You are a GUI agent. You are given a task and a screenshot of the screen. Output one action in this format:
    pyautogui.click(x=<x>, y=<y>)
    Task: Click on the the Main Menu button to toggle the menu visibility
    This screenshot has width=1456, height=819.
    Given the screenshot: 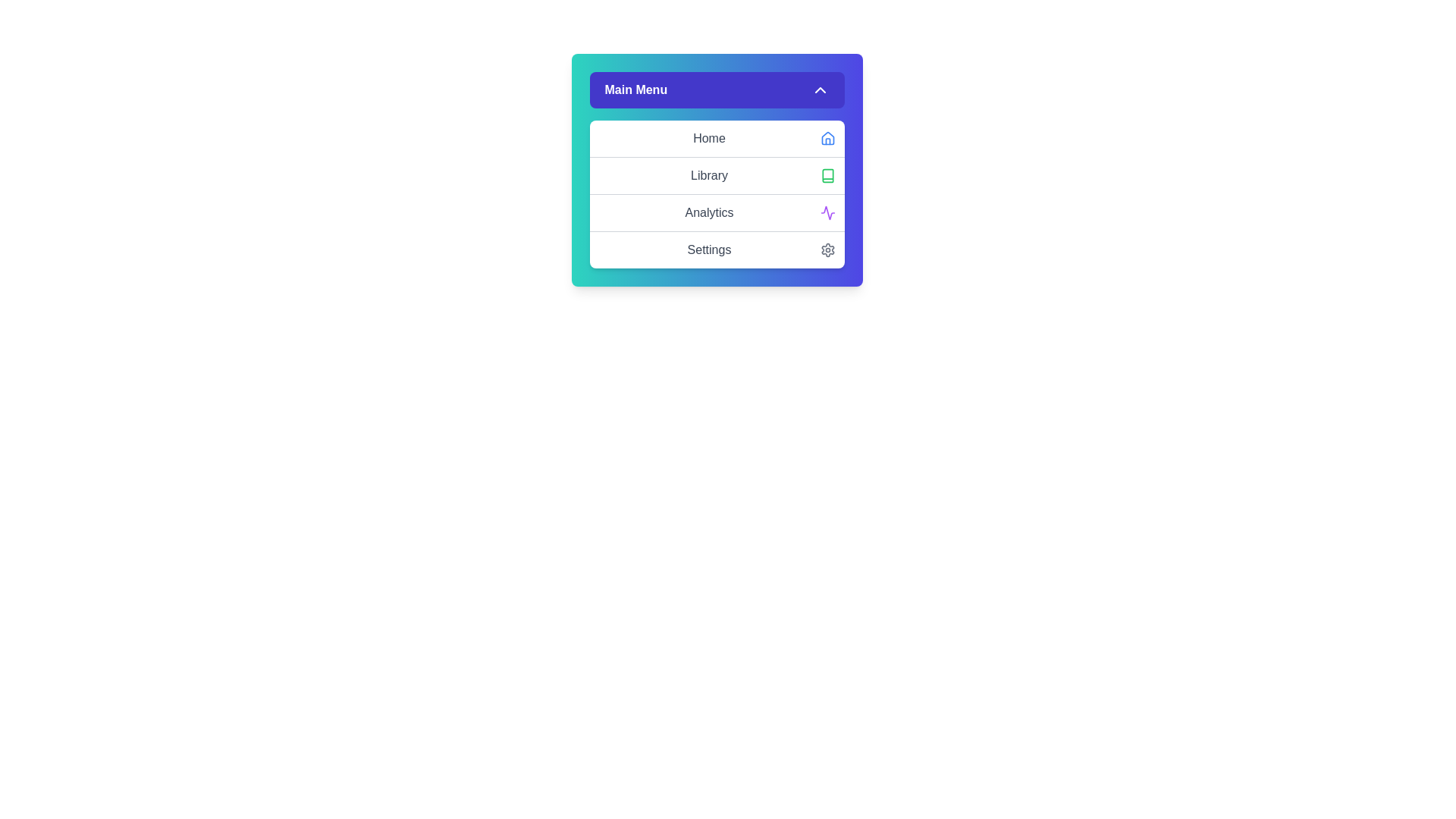 What is the action you would take?
    pyautogui.click(x=716, y=90)
    